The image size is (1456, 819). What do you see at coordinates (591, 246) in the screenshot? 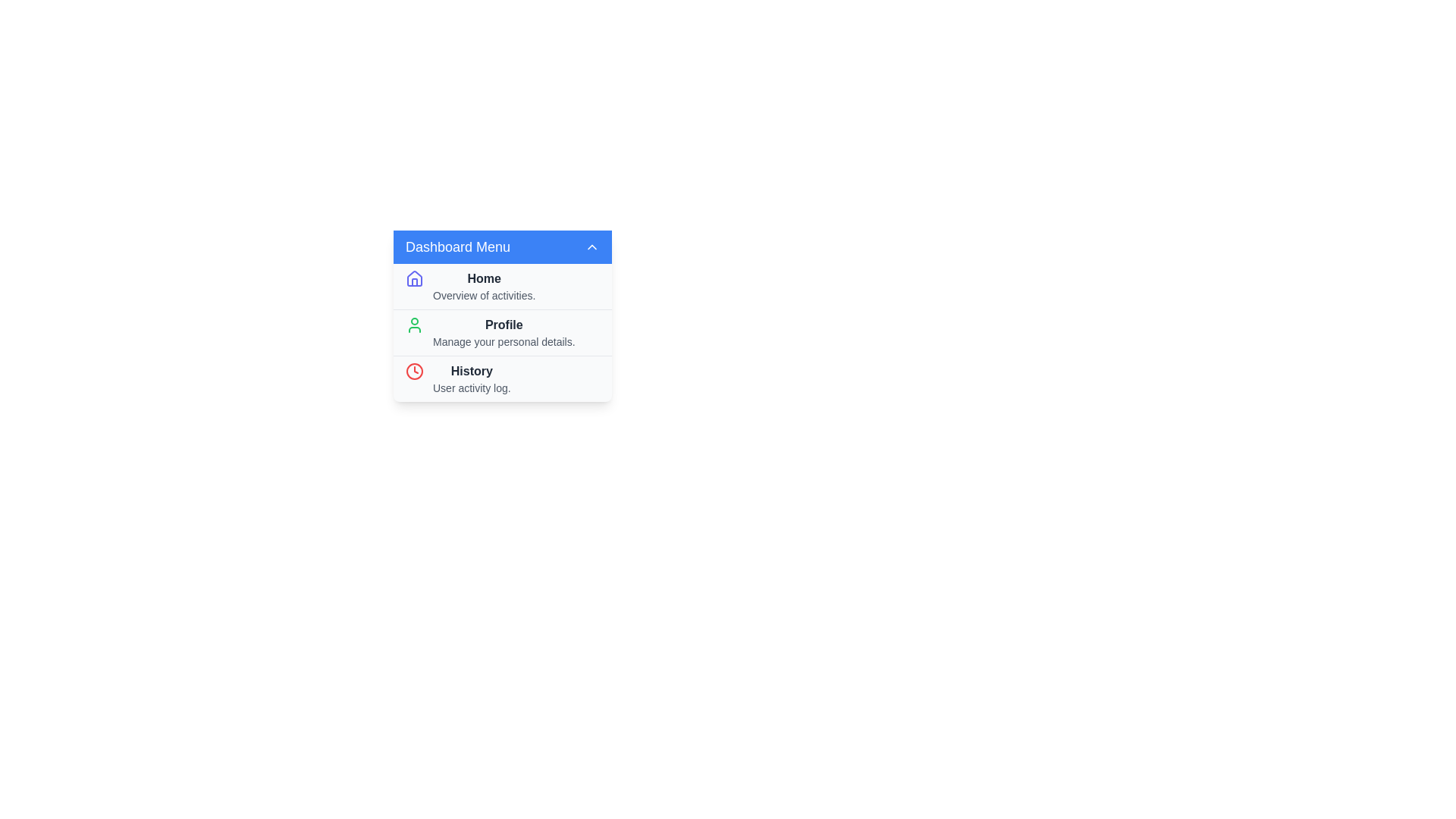
I see `the chevron-up icon located at the right edge of the 'Dashboard Menu' header` at bounding box center [591, 246].